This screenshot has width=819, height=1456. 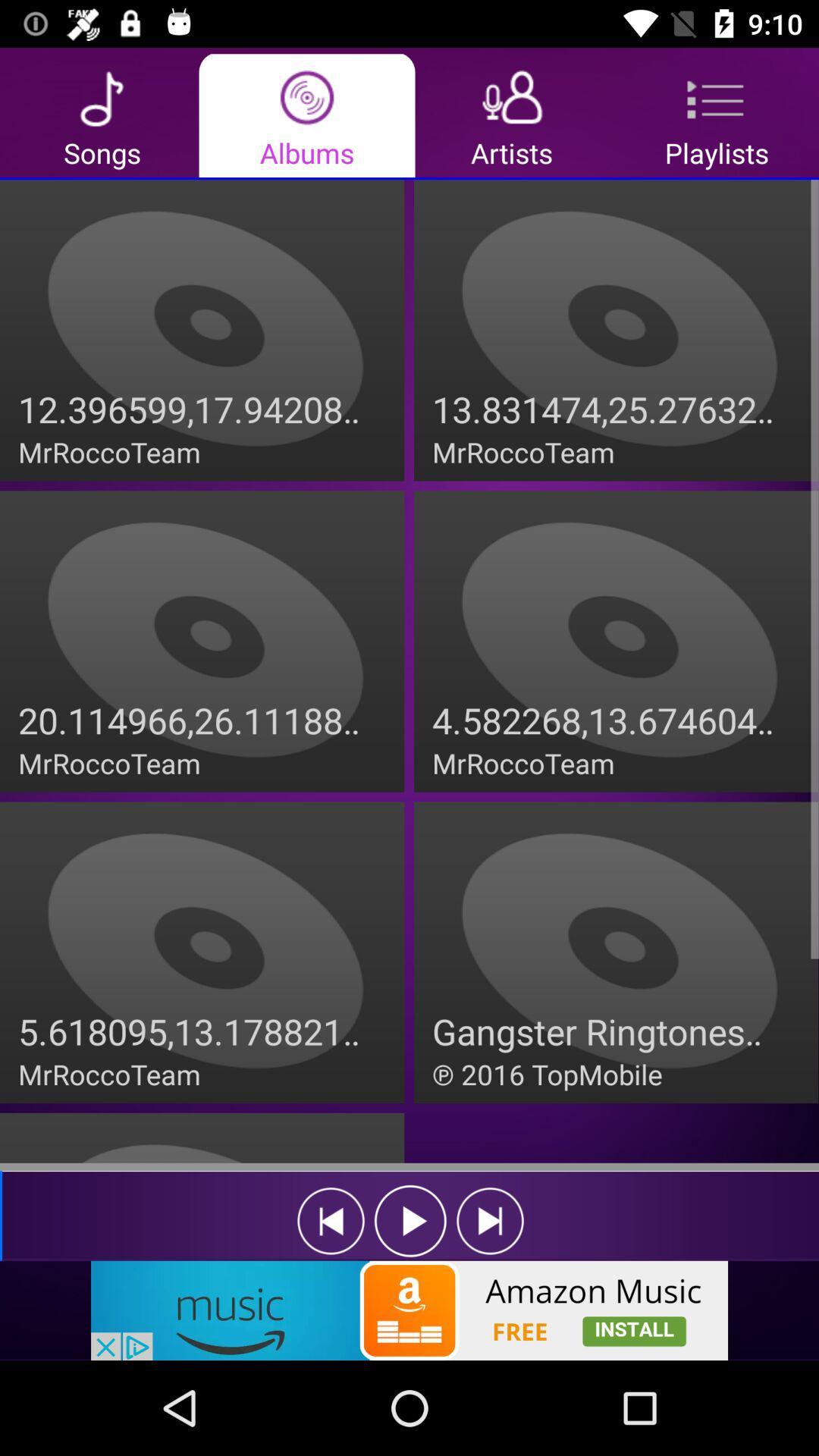 What do you see at coordinates (330, 1221) in the screenshot?
I see `the skip_previous icon` at bounding box center [330, 1221].